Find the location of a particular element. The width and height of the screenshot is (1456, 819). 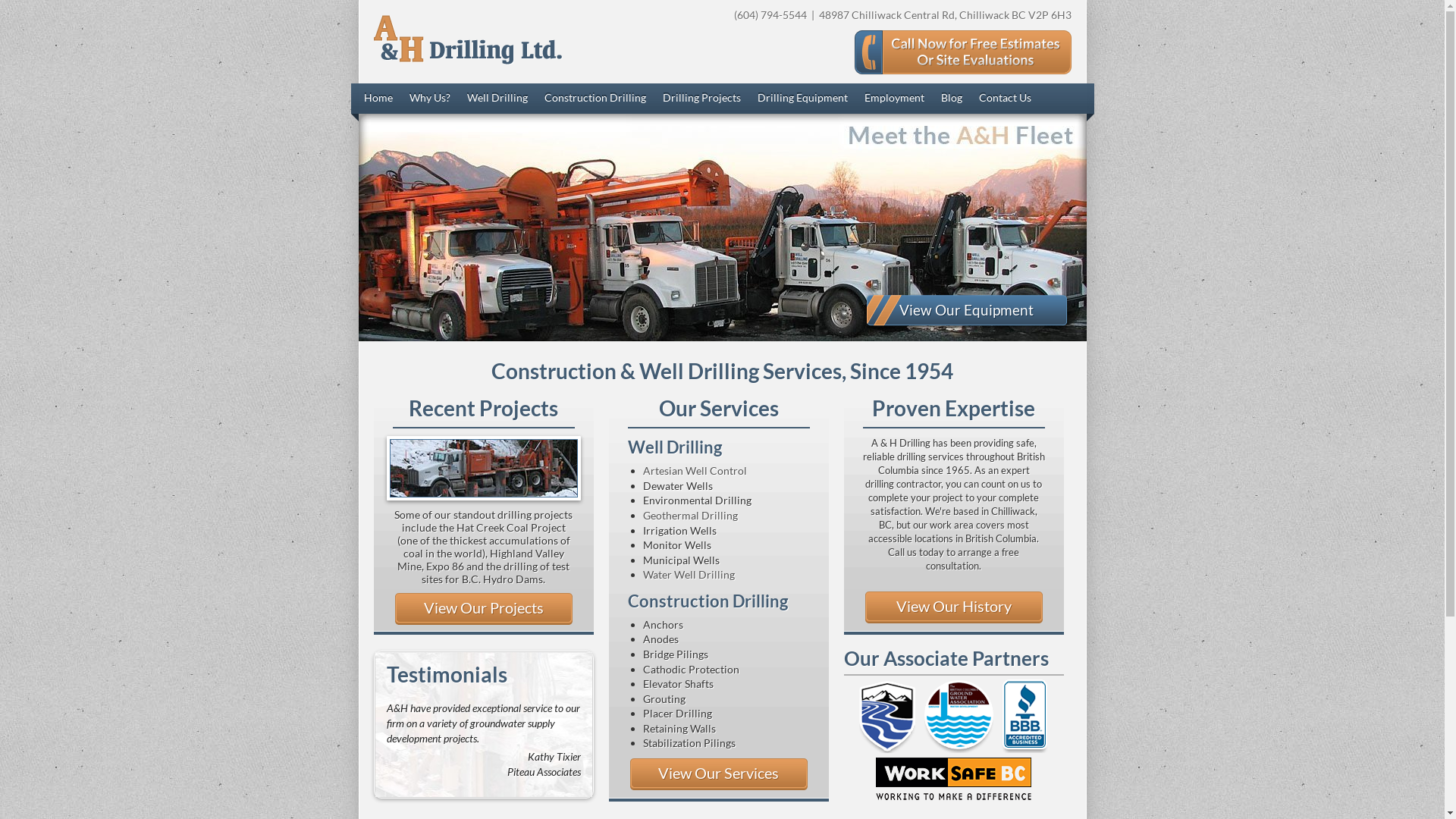

'Why Us?' is located at coordinates (428, 99).